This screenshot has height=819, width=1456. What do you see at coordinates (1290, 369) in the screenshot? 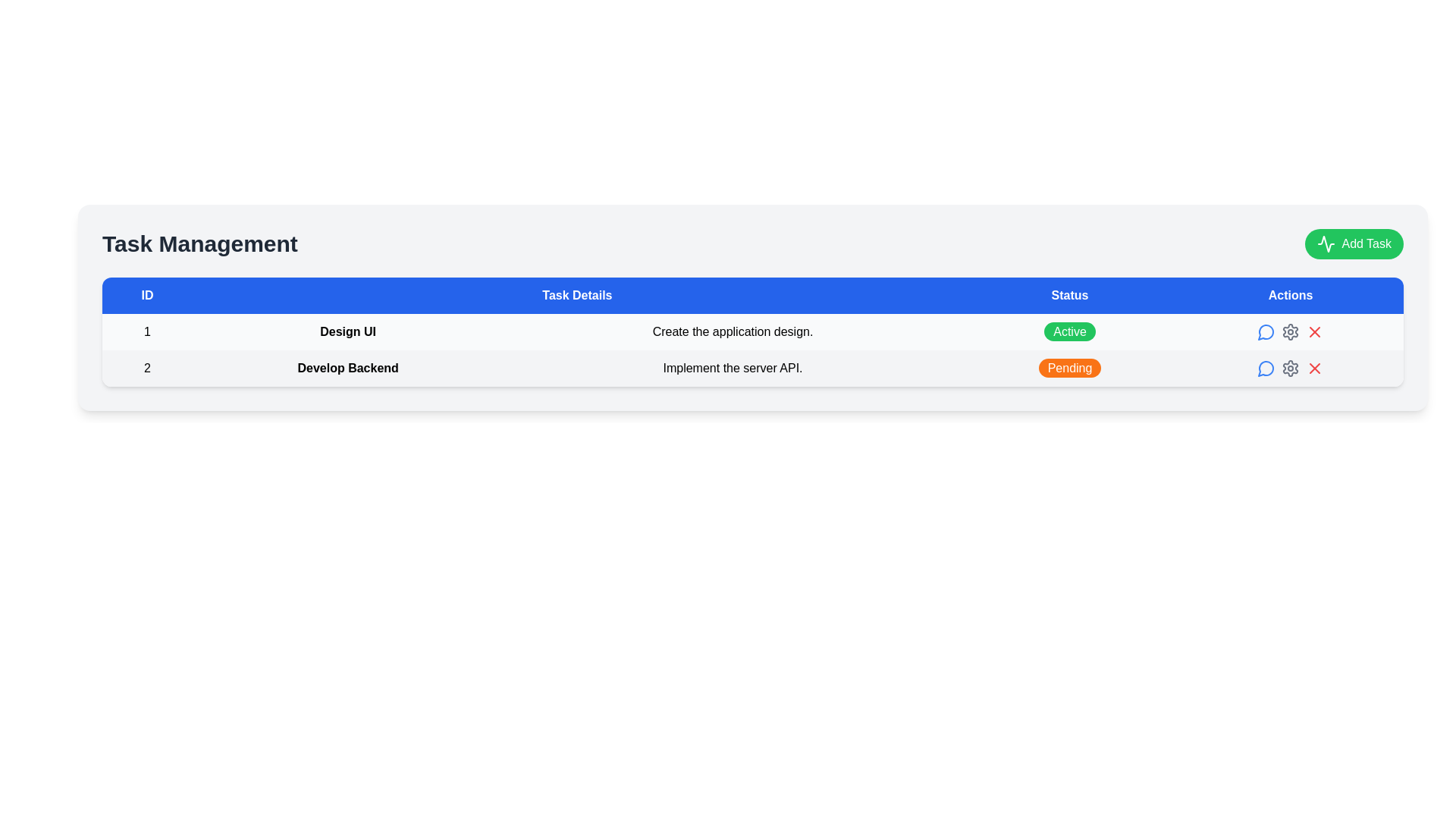
I see `the settings button, which is the second icon from the left` at bounding box center [1290, 369].